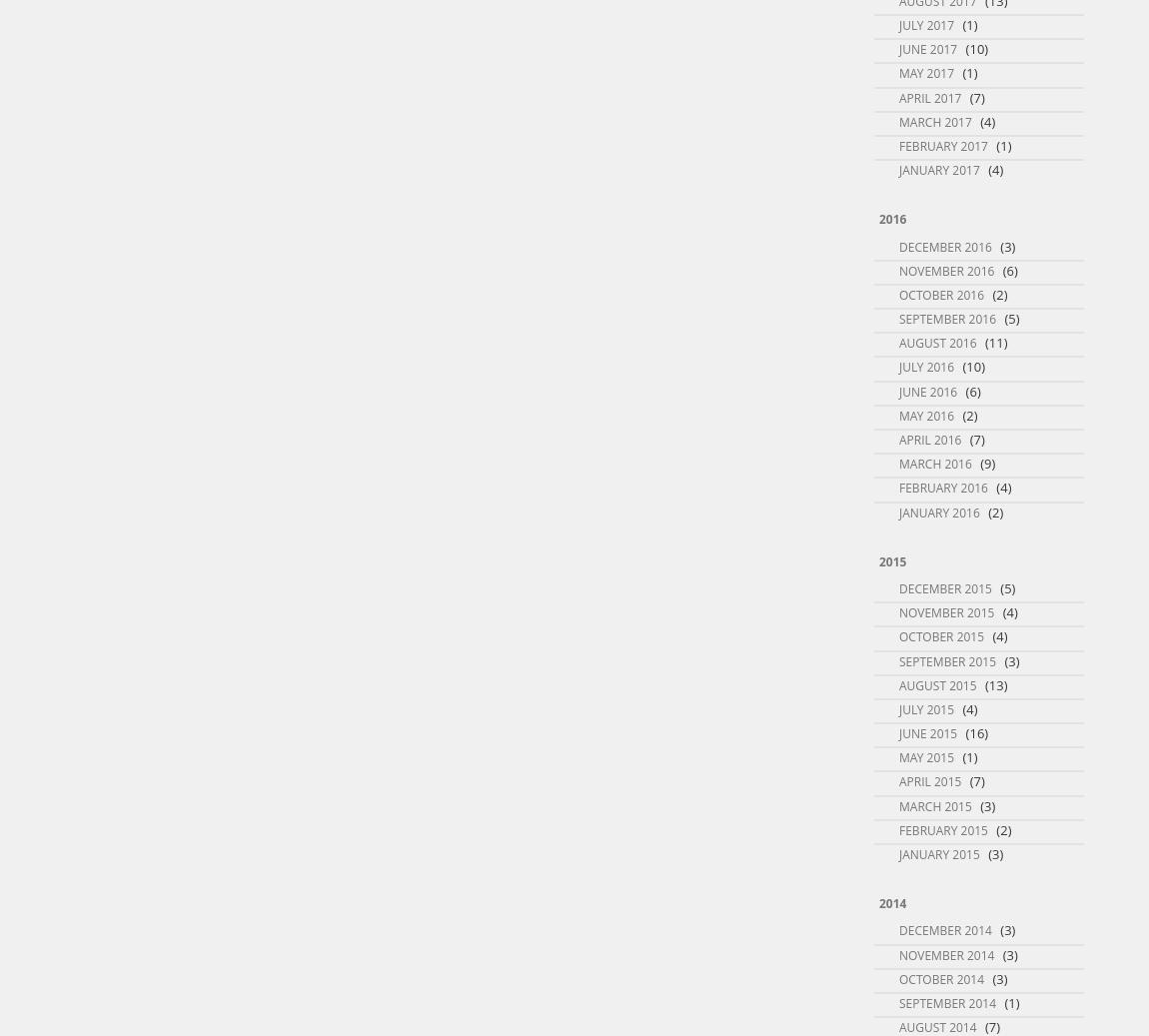  I want to click on 'May 2017', so click(926, 72).